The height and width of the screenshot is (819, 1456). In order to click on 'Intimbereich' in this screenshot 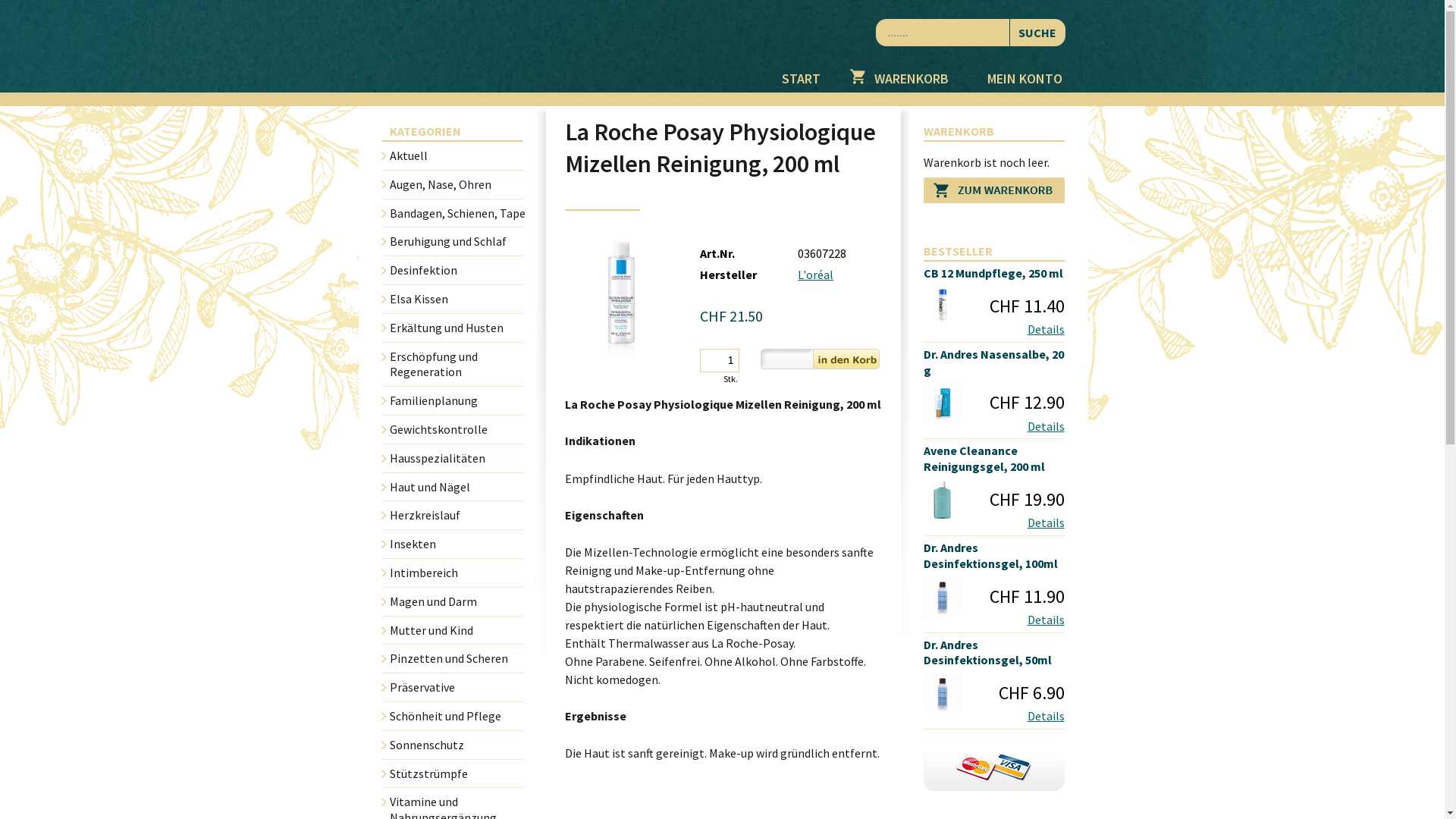, I will do `click(382, 573)`.